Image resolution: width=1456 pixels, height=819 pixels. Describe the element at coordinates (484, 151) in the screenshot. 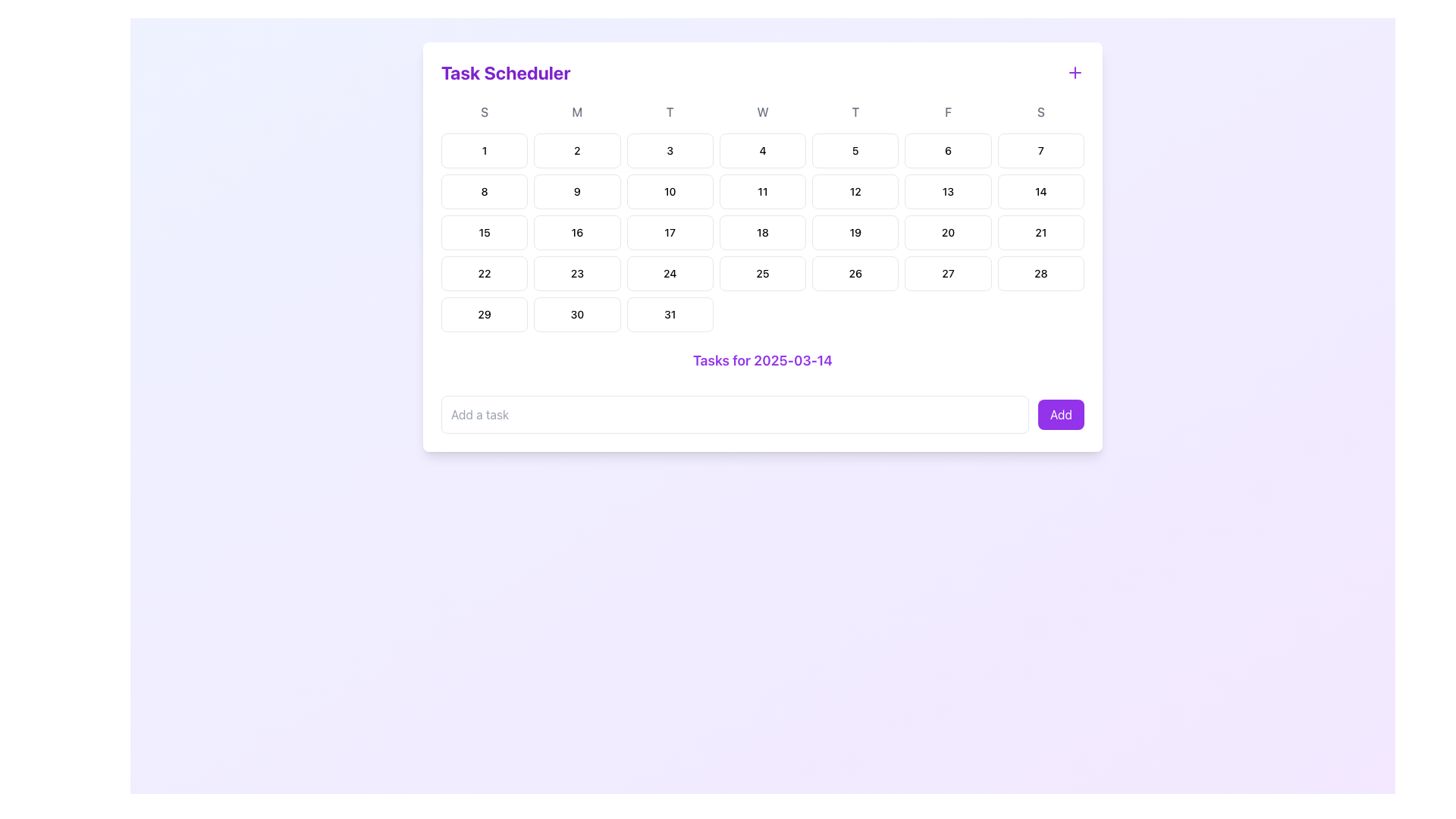

I see `the button representing the first day of the calendar grid` at that location.